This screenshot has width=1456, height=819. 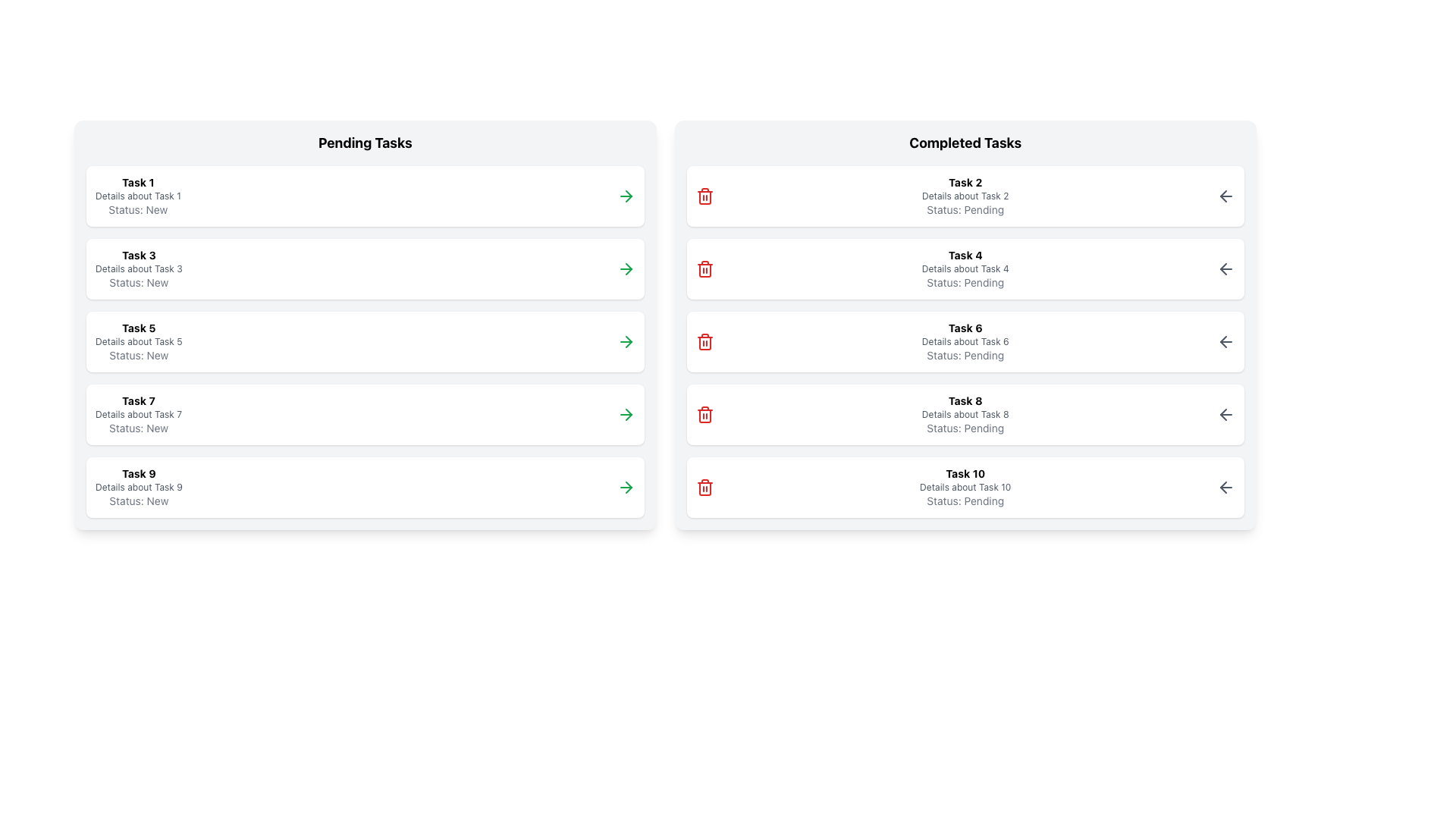 I want to click on text content of the text label that reads 'Details about Task 9', located in the last task block of the 'Pending Tasks' column, so click(x=139, y=488).